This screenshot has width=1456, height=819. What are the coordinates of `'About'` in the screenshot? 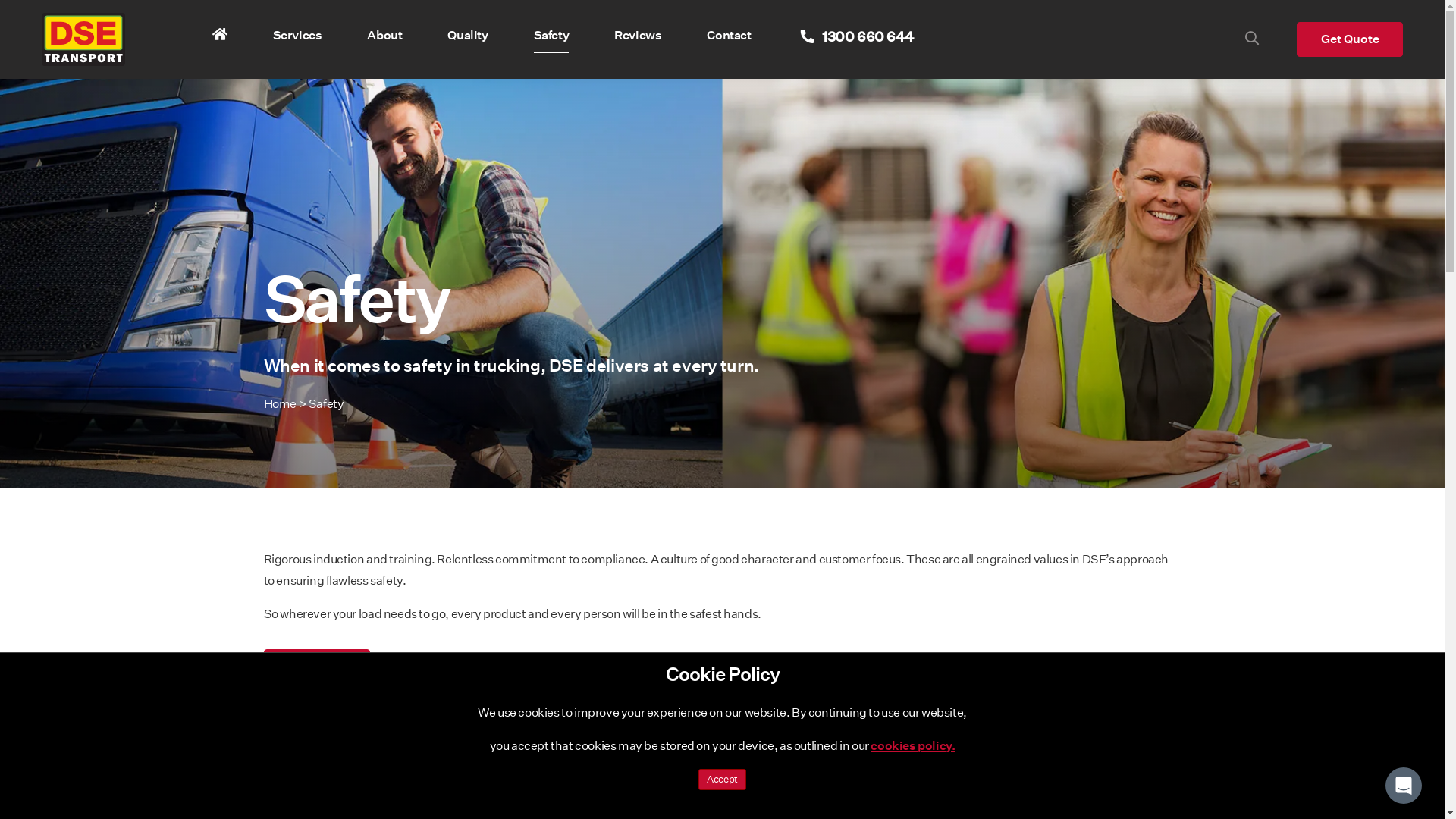 It's located at (384, 34).